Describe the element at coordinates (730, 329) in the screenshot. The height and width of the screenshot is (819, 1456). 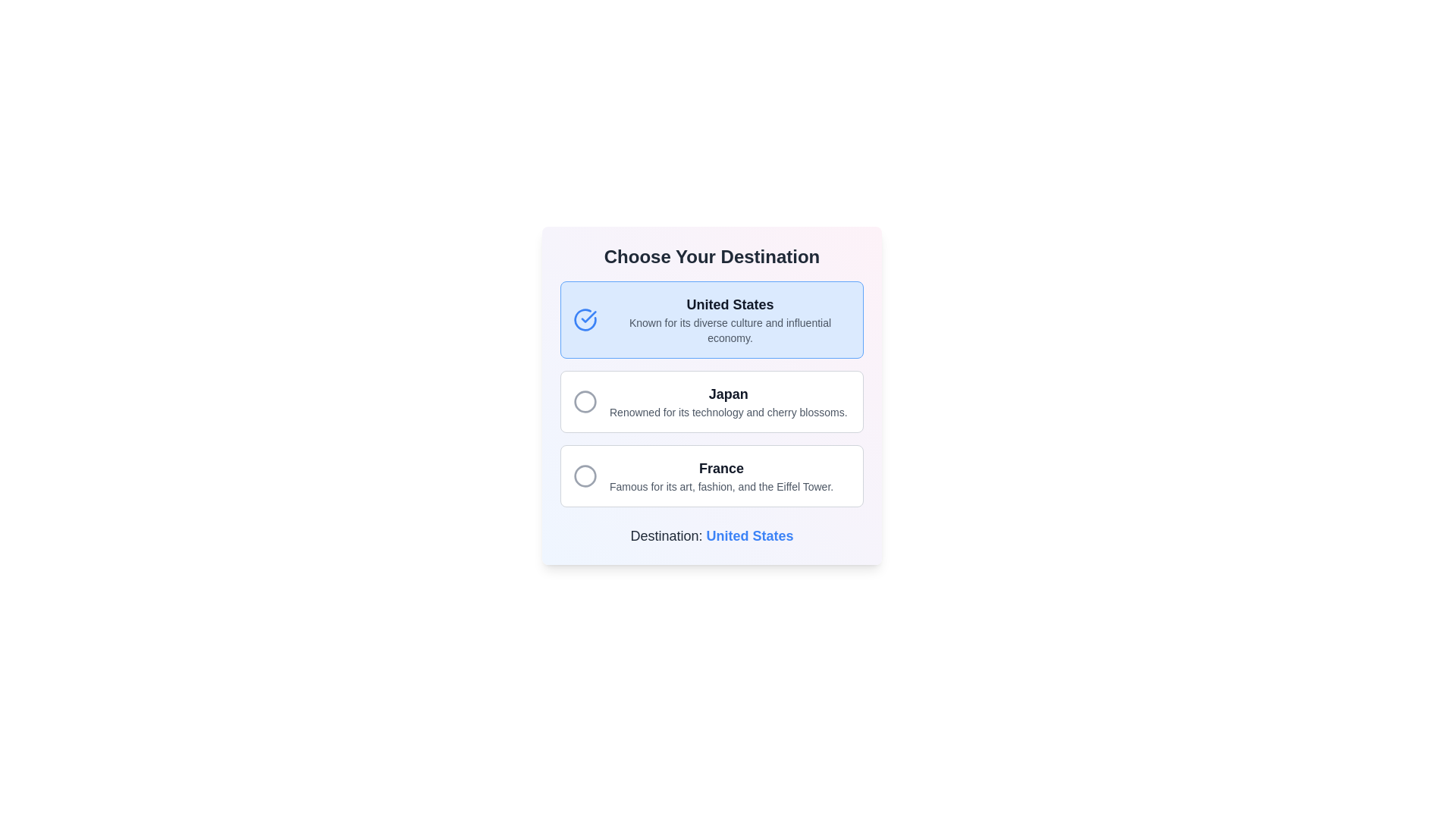
I see `the text display that reads 'Known for its diverse culture and influential economy.' which is positioned beneath 'United States'` at that location.